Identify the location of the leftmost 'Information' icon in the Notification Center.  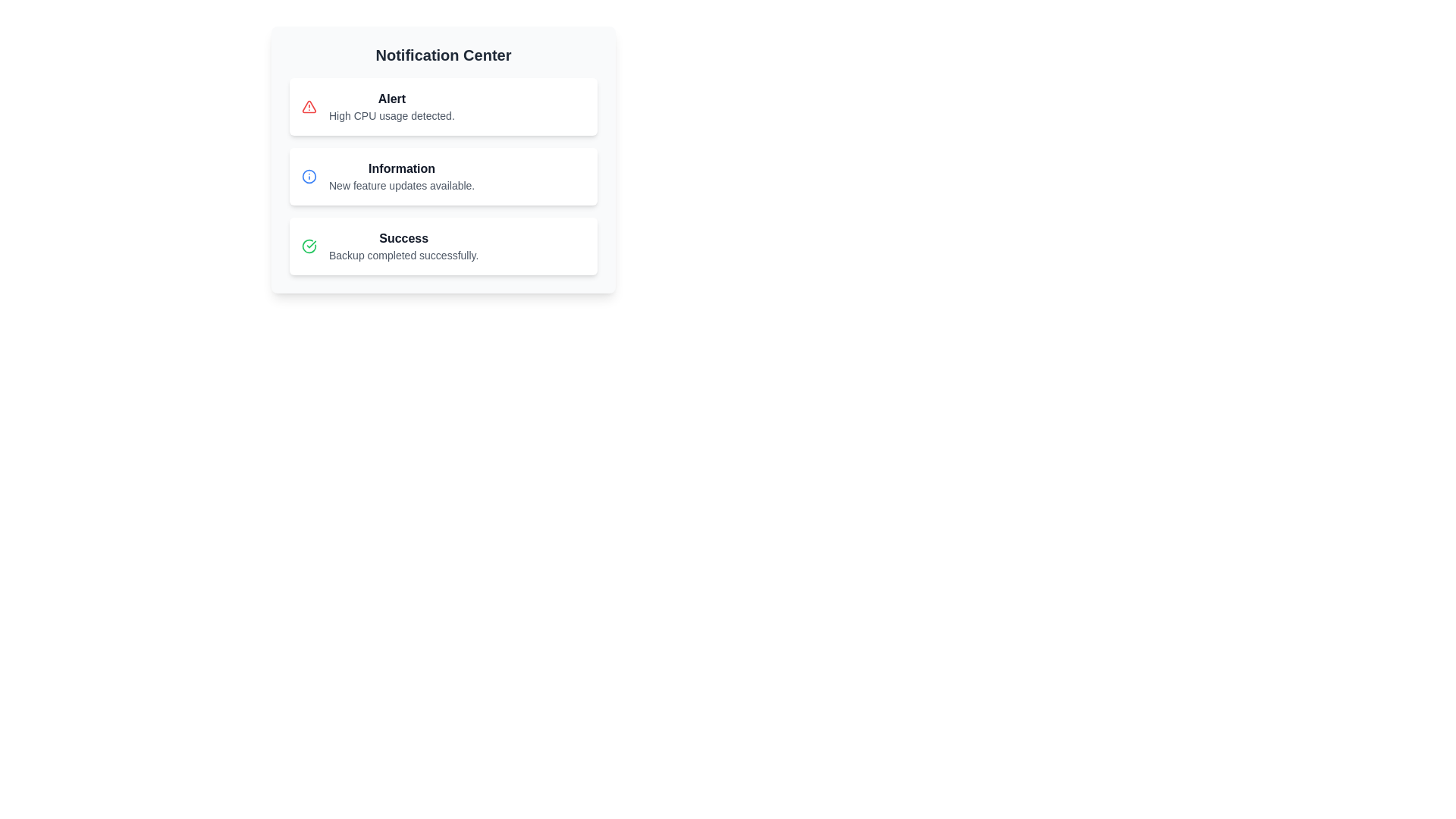
(309, 175).